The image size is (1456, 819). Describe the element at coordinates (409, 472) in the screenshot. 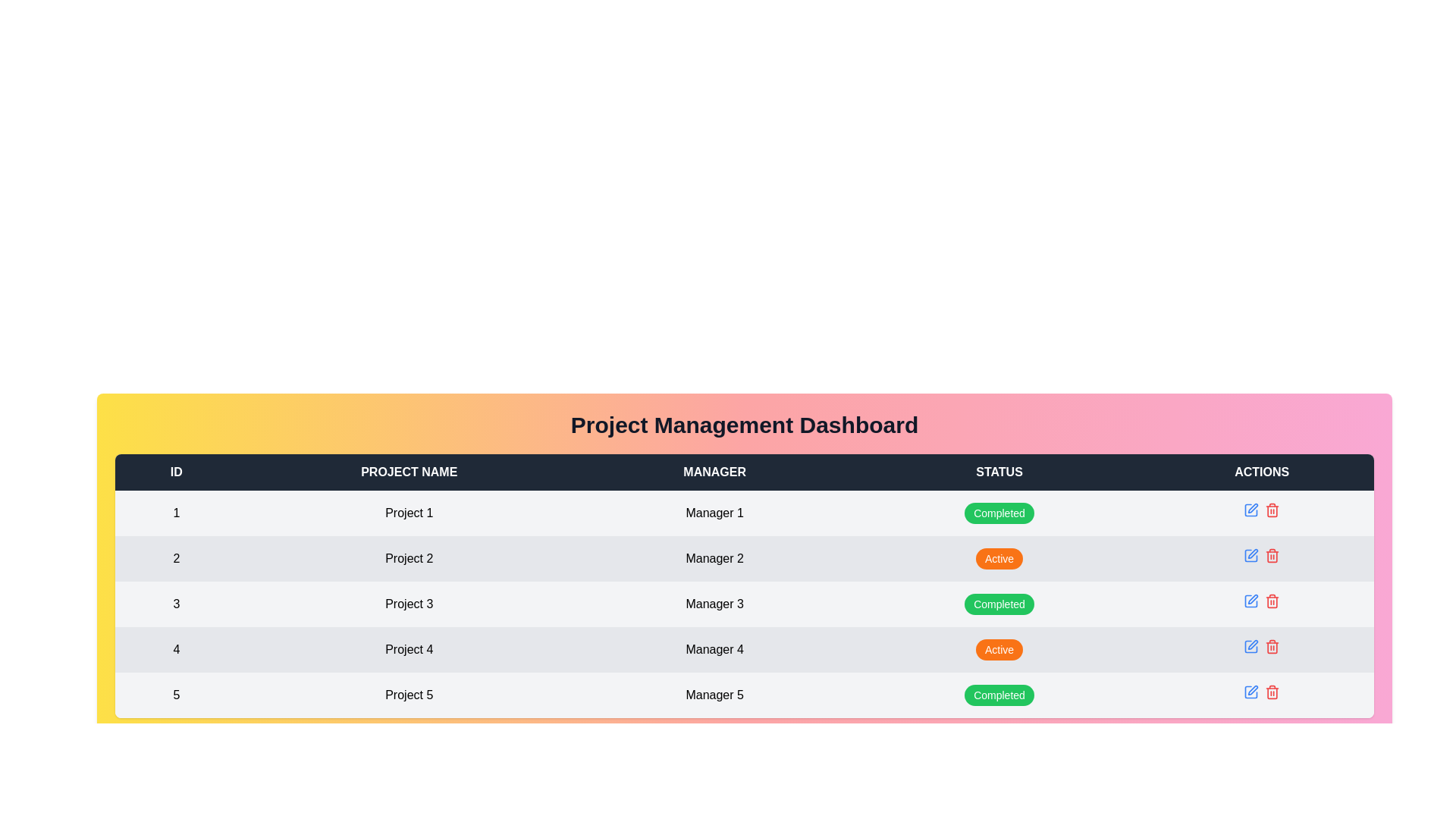

I see `the text label that serves as a header for the project names column, located between the 'ID' header and the 'MANAGER' header in the table` at that location.